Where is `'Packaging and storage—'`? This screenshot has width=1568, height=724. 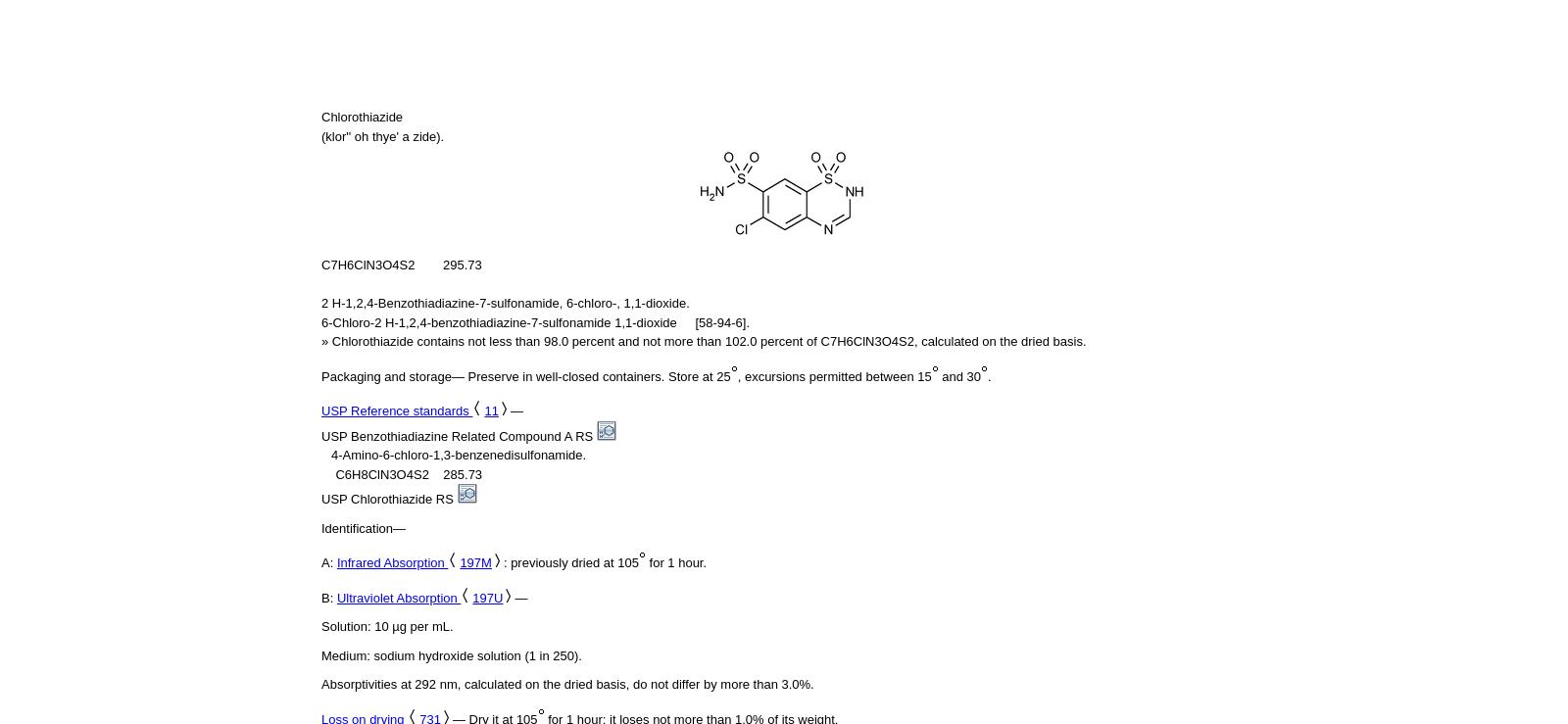
'Packaging and storage—' is located at coordinates (392, 375).